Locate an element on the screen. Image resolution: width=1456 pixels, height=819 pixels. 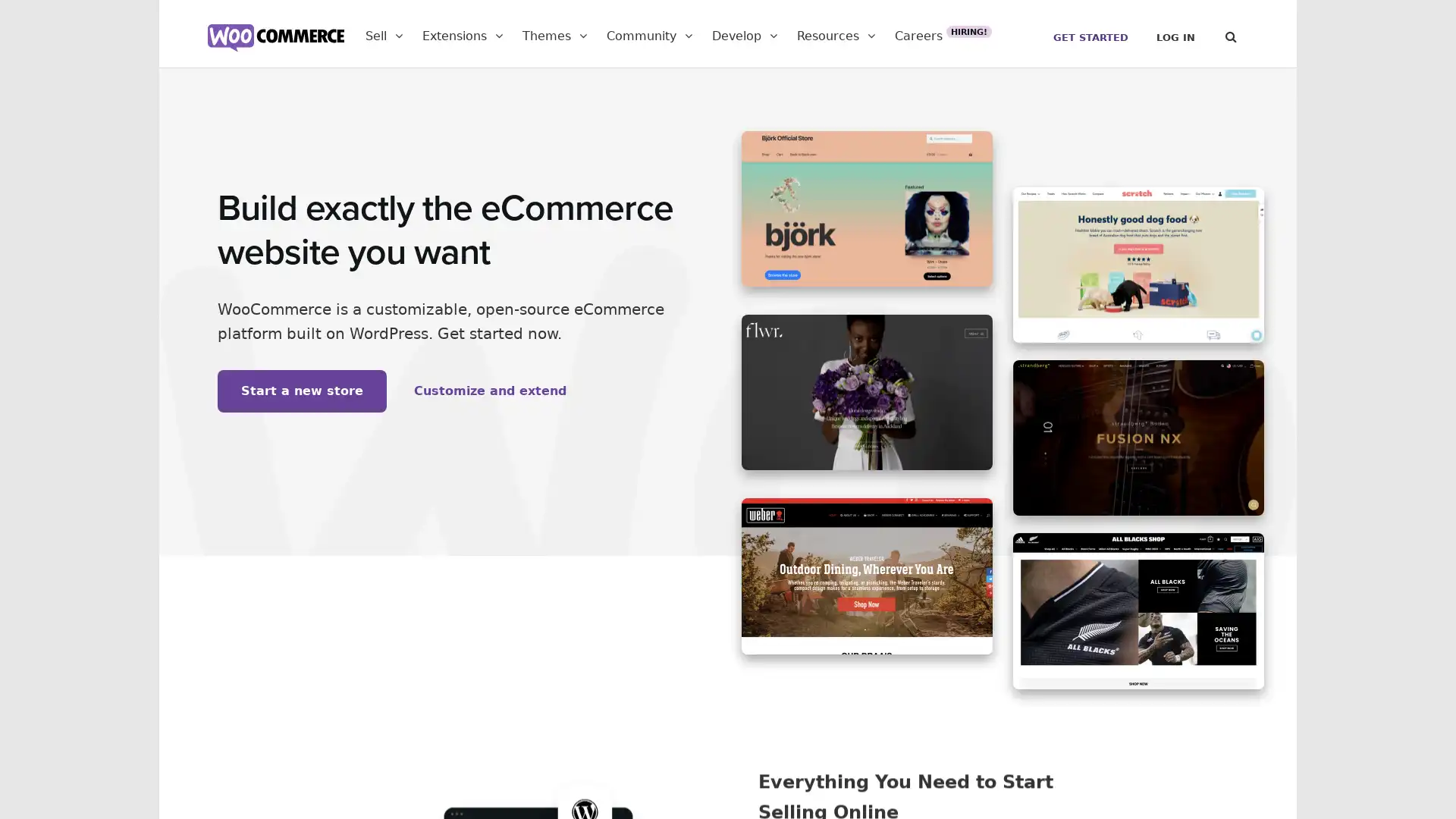
Search is located at coordinates (1231, 36).